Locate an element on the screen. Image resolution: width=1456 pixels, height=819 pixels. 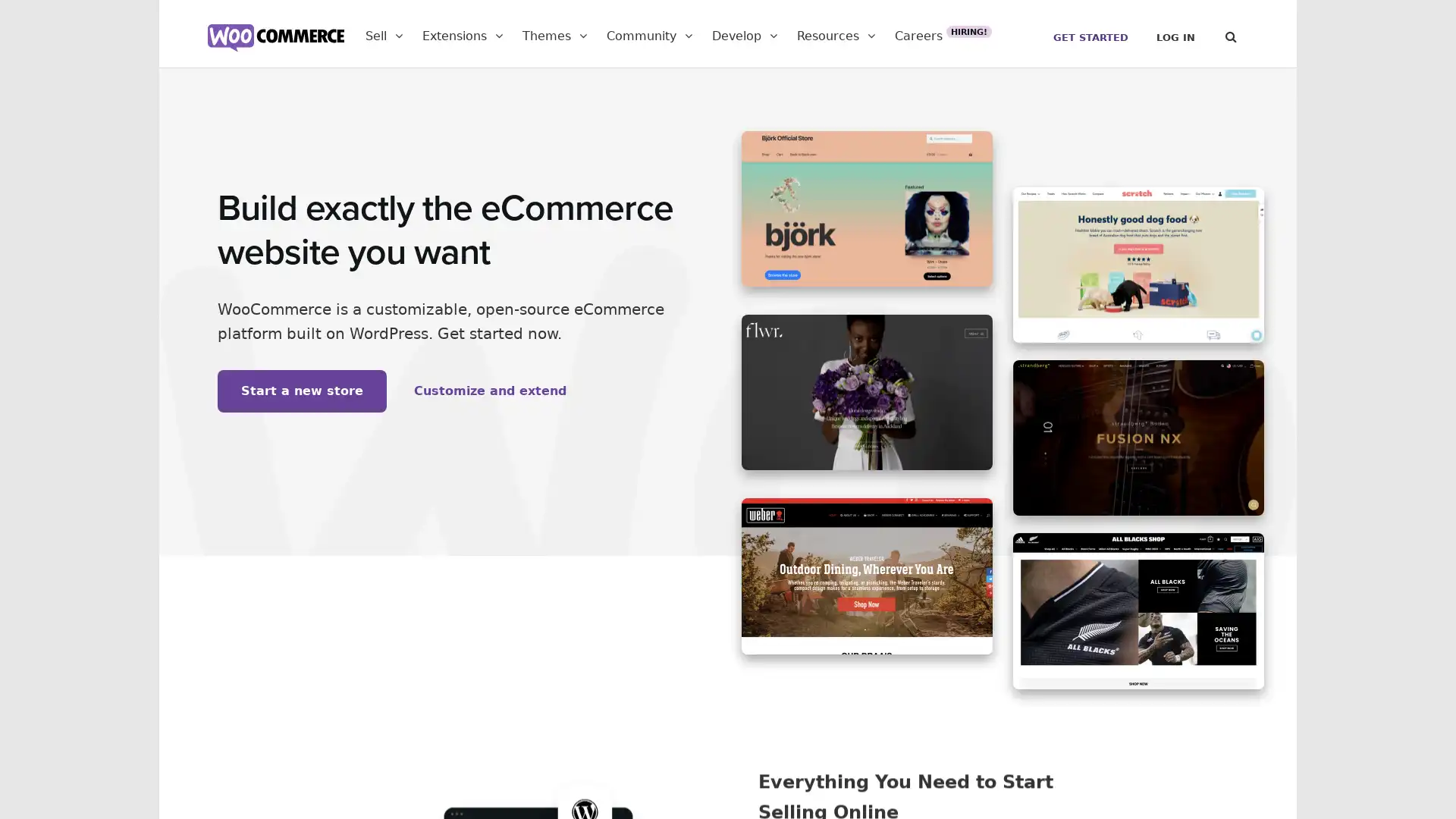
Search is located at coordinates (1231, 36).